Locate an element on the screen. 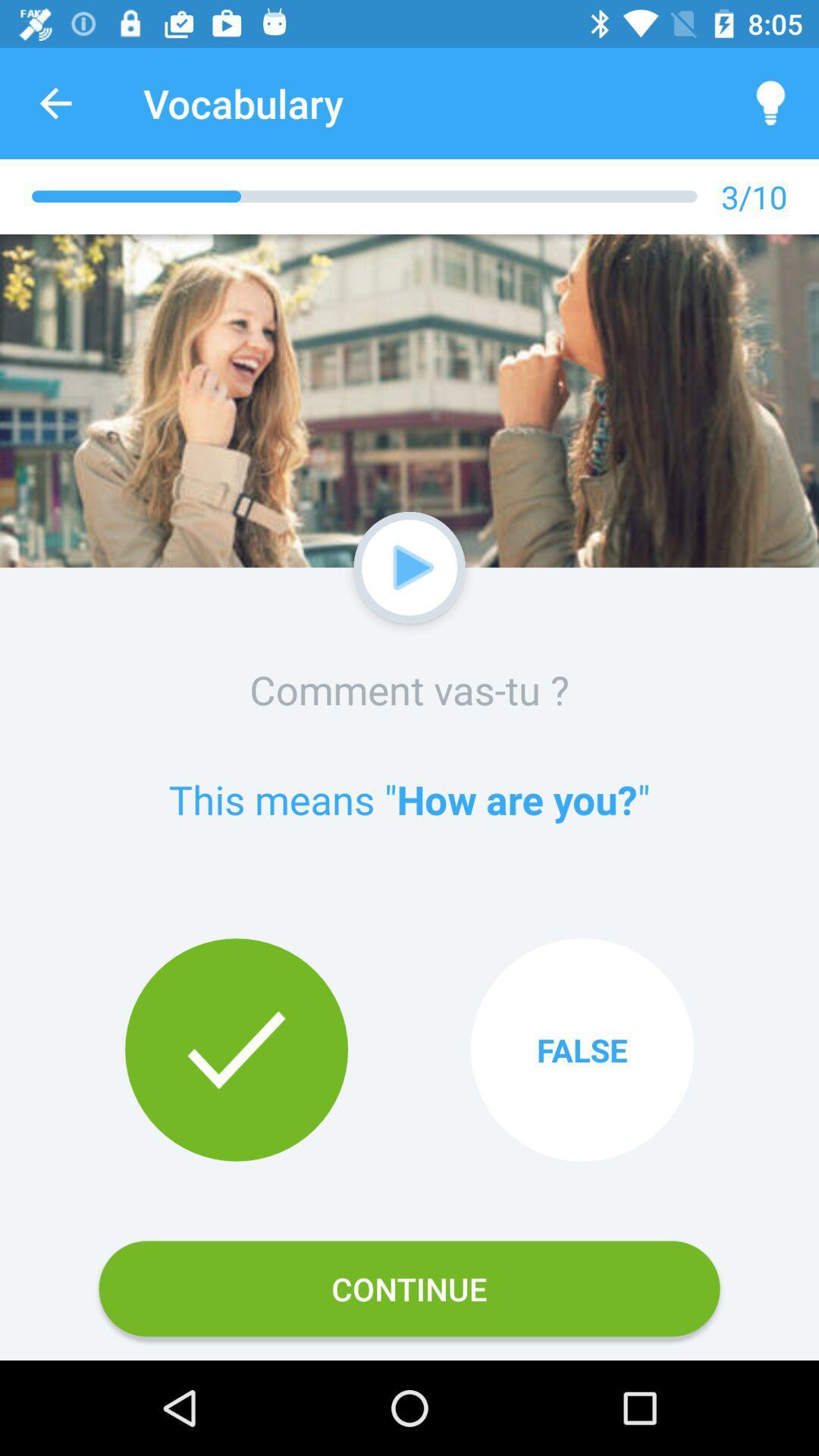  item next to vocabulary app is located at coordinates (771, 102).